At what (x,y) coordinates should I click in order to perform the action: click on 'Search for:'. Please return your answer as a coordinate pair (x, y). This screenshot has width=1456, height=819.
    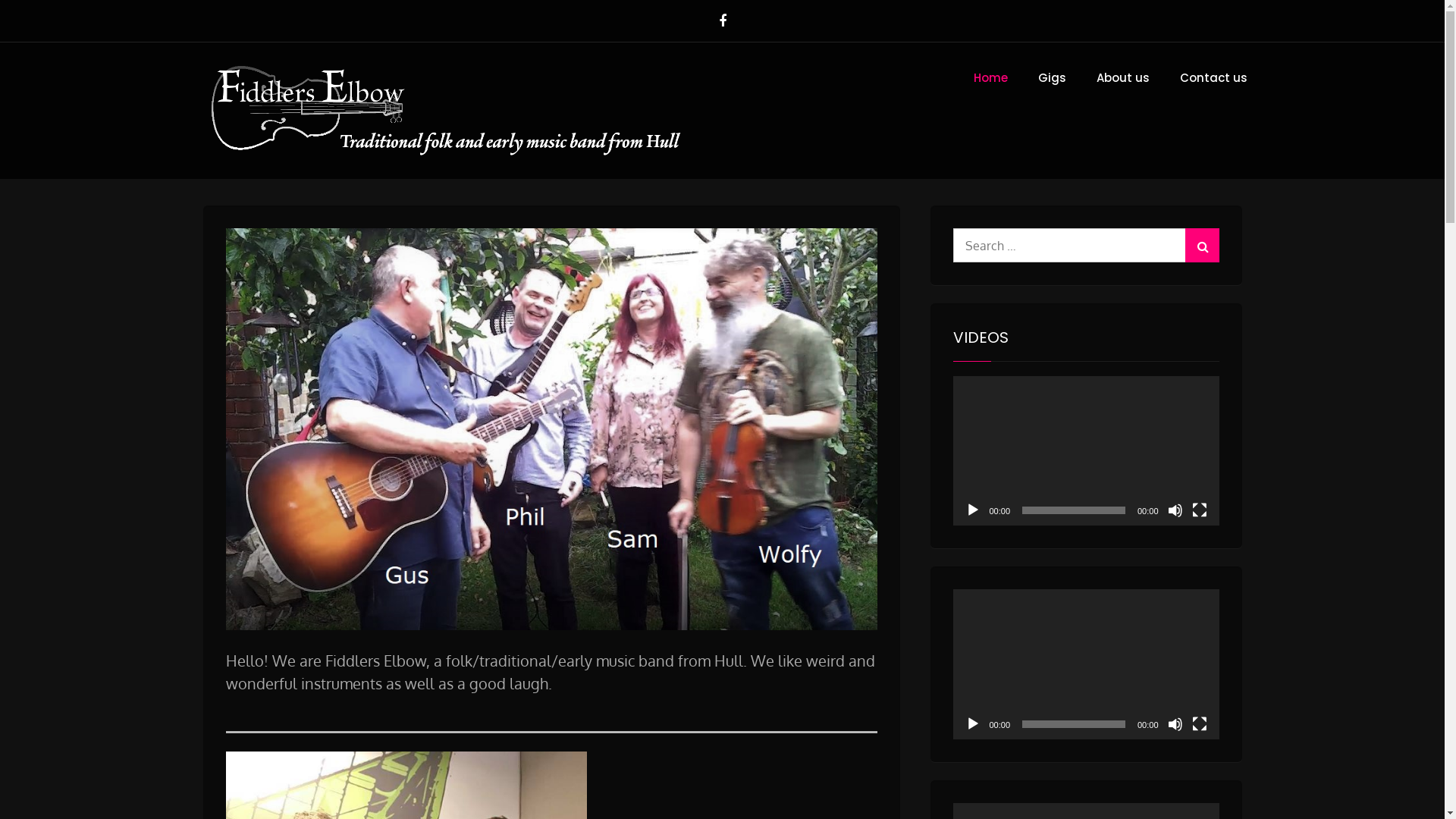
    Looking at the image, I should click on (1084, 244).